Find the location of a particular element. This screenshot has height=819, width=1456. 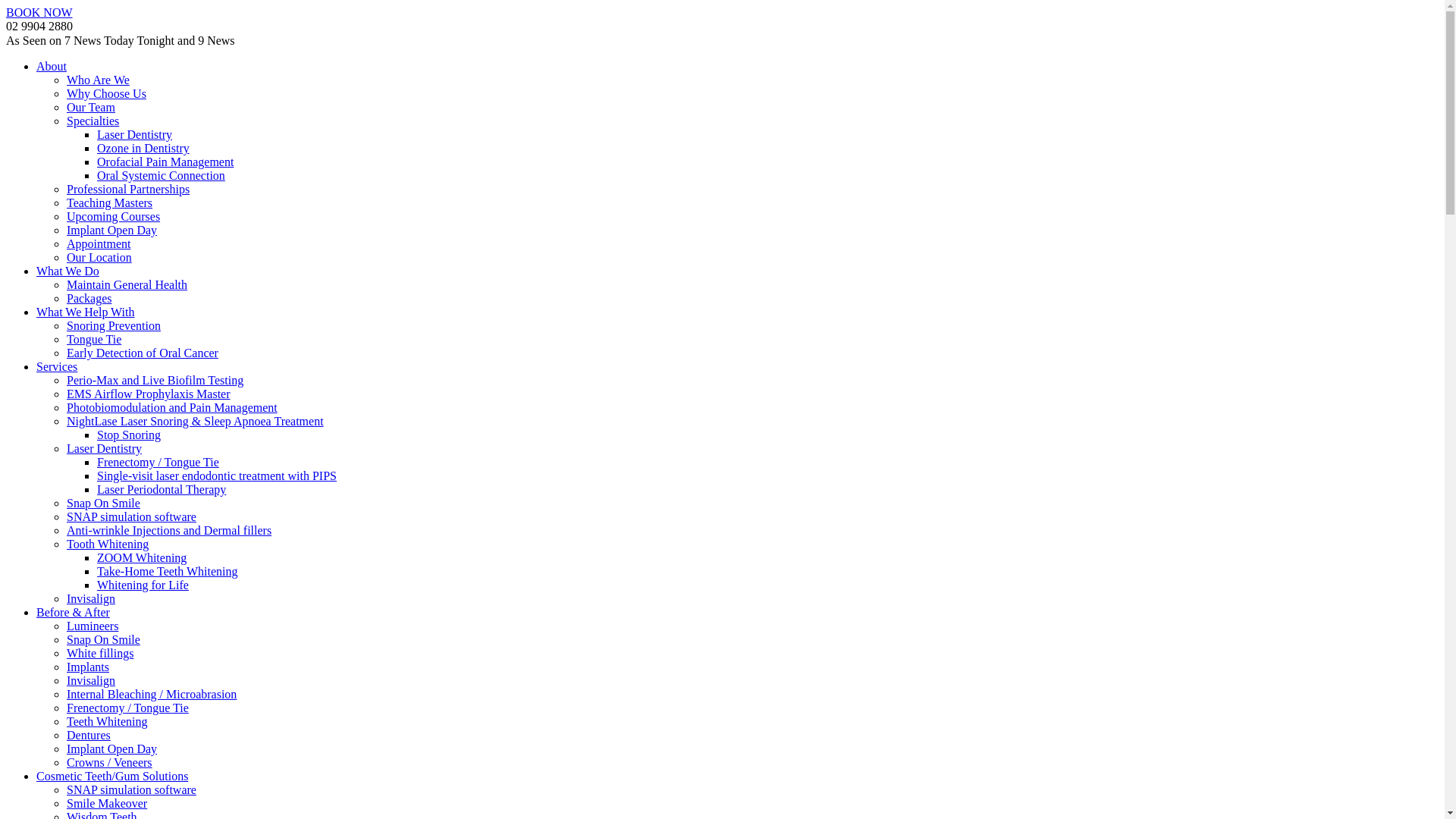

'Specialties' is located at coordinates (65, 120).